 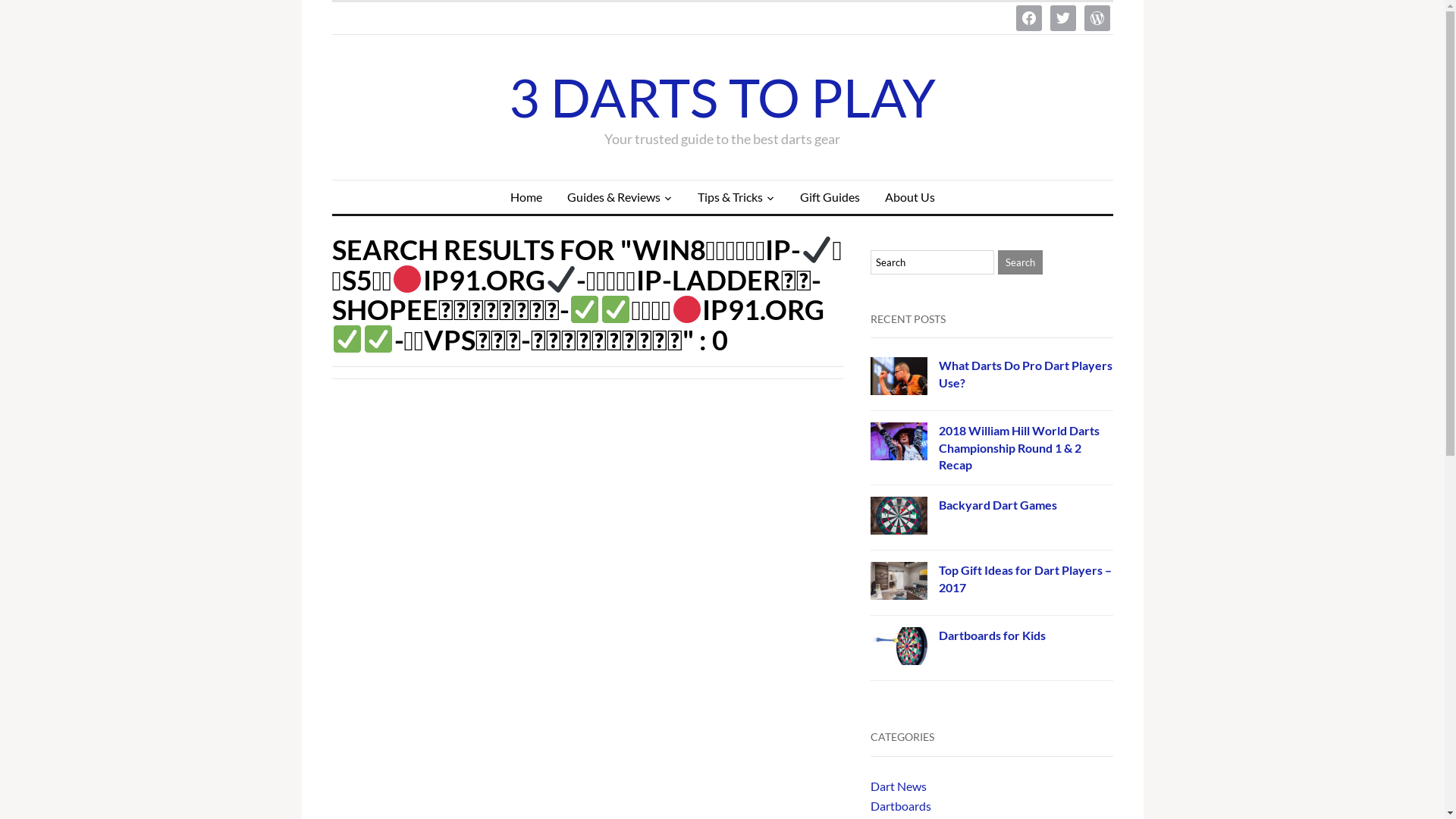 I want to click on 'Dartboards for Kids', so click(x=992, y=635).